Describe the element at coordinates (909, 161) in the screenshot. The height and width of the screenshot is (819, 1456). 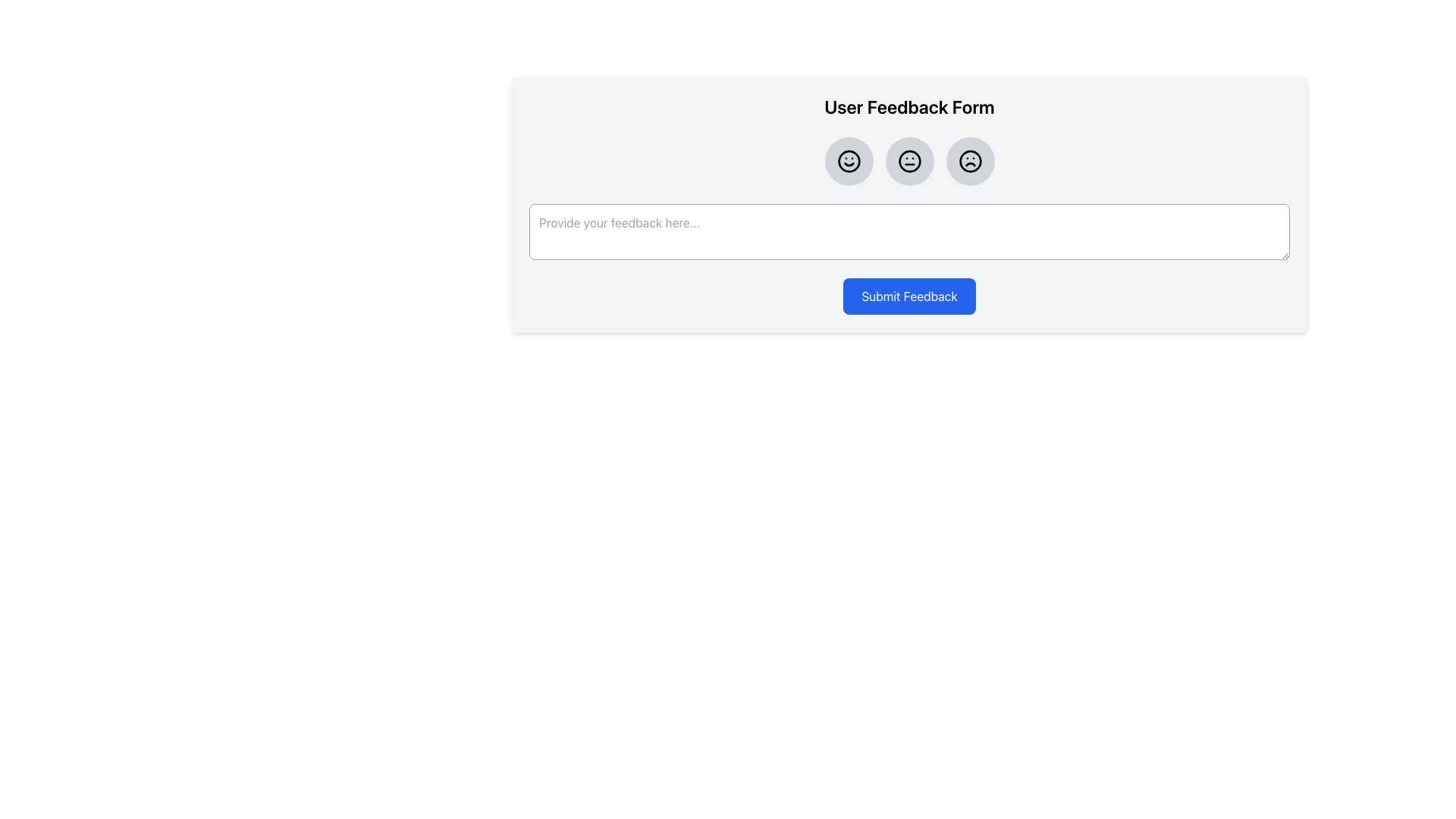
I see `the neutral feedback button, which is the second circular button between the happy and sad face buttons in the user feedback form` at that location.